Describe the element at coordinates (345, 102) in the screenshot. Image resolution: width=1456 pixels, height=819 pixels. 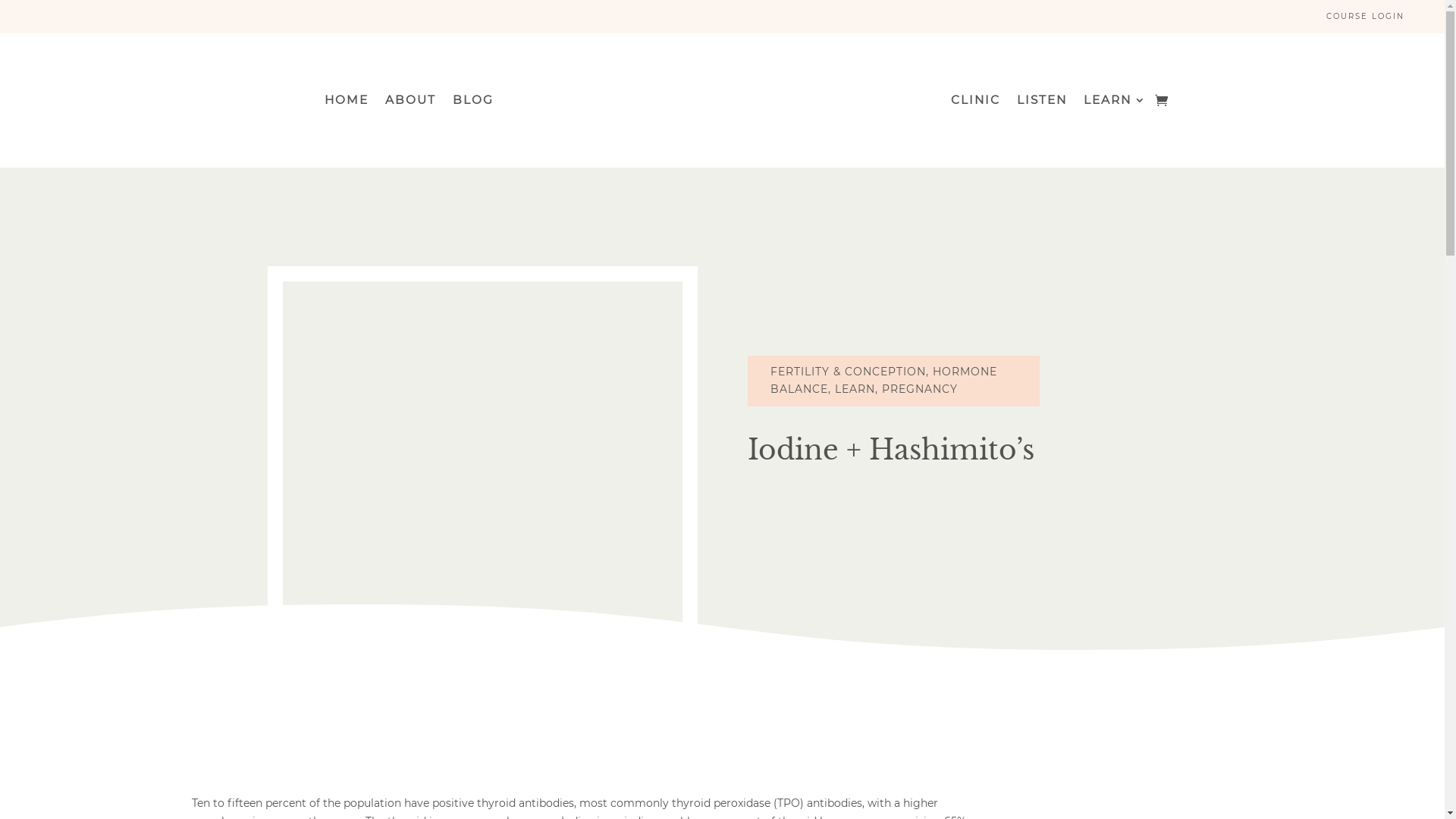
I see `'HOME'` at that location.